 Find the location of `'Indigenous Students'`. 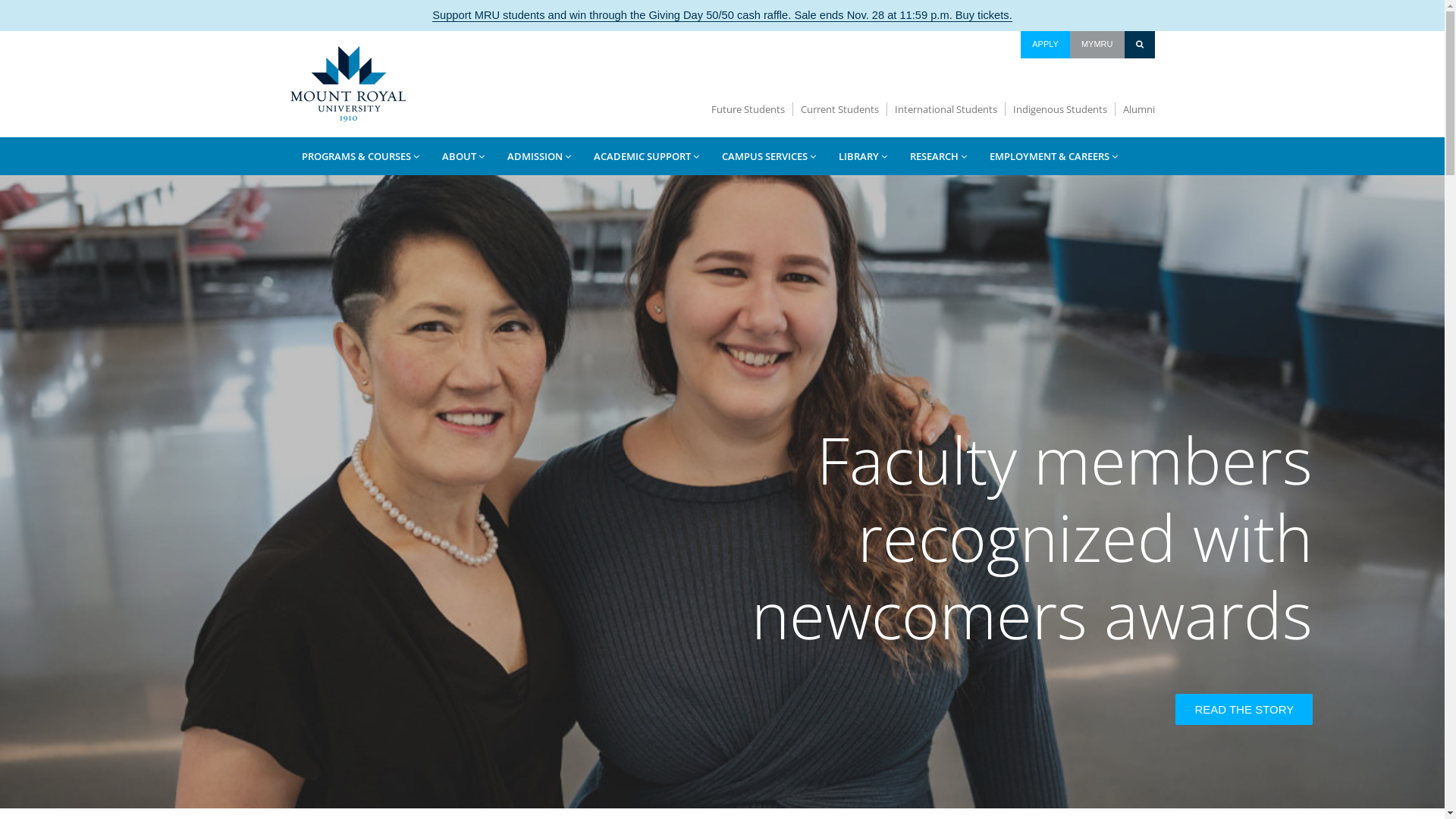

'Indigenous Students' is located at coordinates (1059, 108).